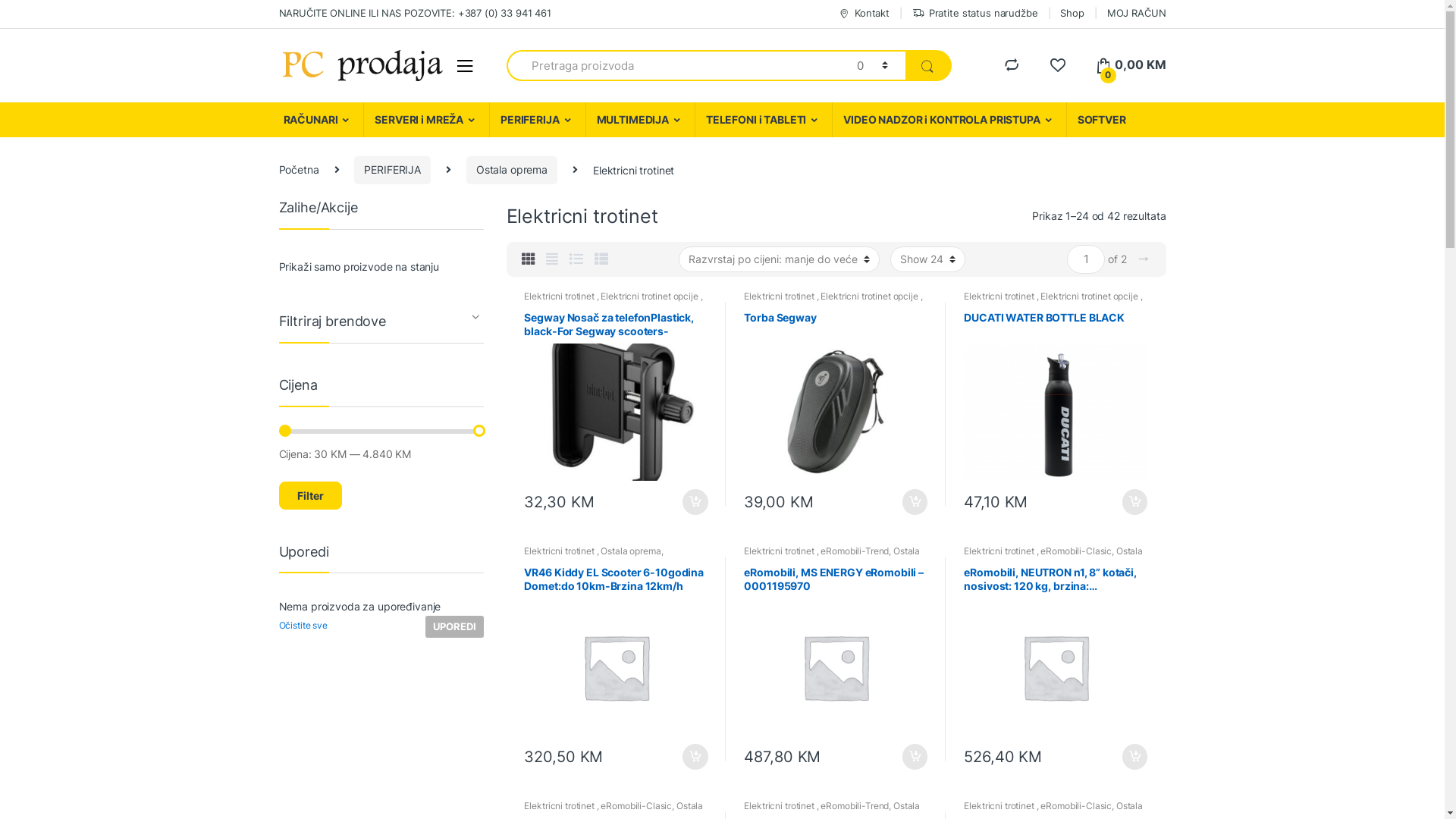 Image resolution: width=1456 pixels, height=819 pixels. Describe the element at coordinates (1131, 64) in the screenshot. I see `'0` at that location.